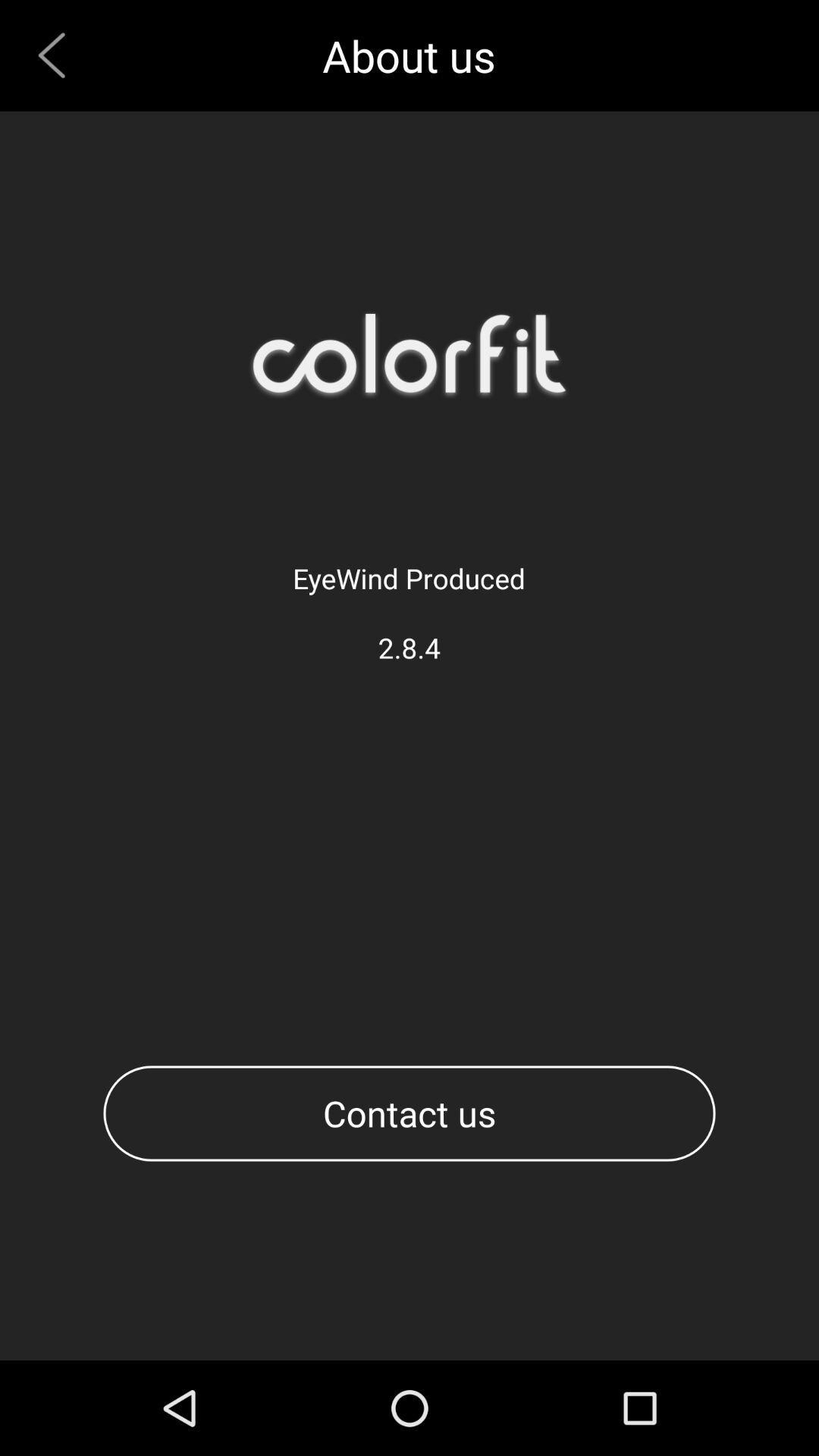  What do you see at coordinates (57, 55) in the screenshot?
I see `the icon above contact us` at bounding box center [57, 55].